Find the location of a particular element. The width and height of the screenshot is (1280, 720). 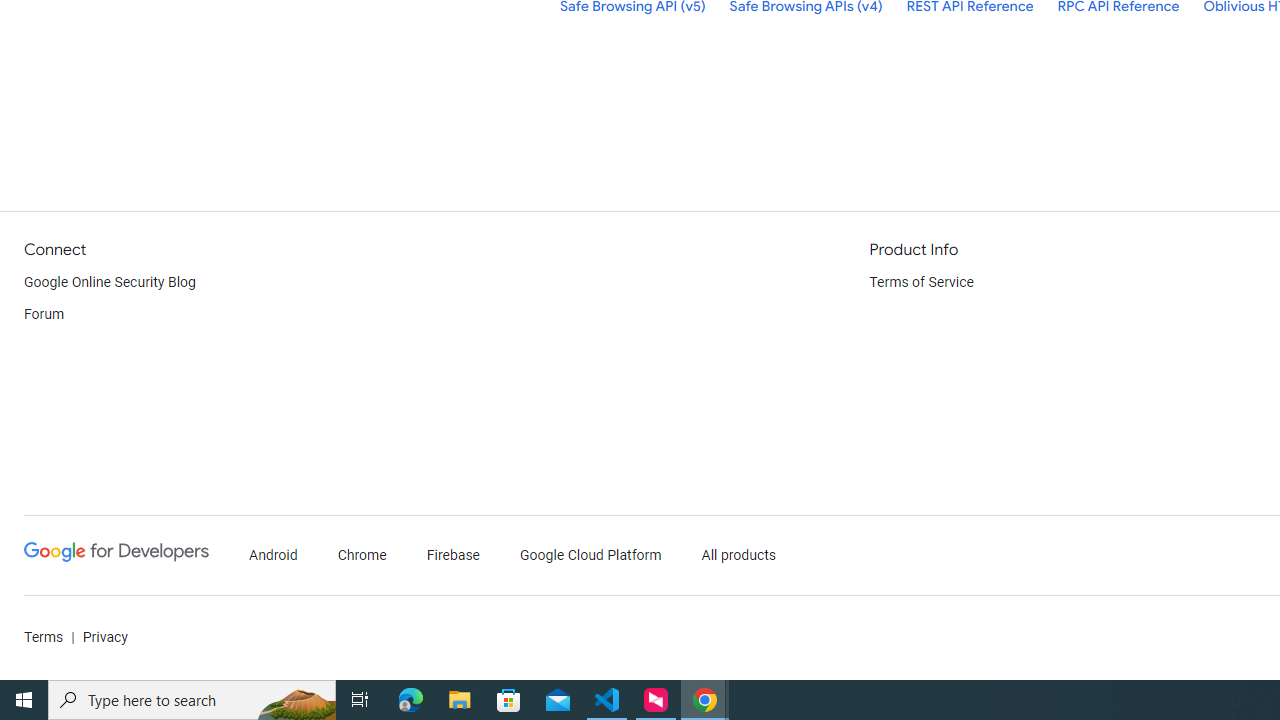

'Terms' is located at coordinates (44, 637).